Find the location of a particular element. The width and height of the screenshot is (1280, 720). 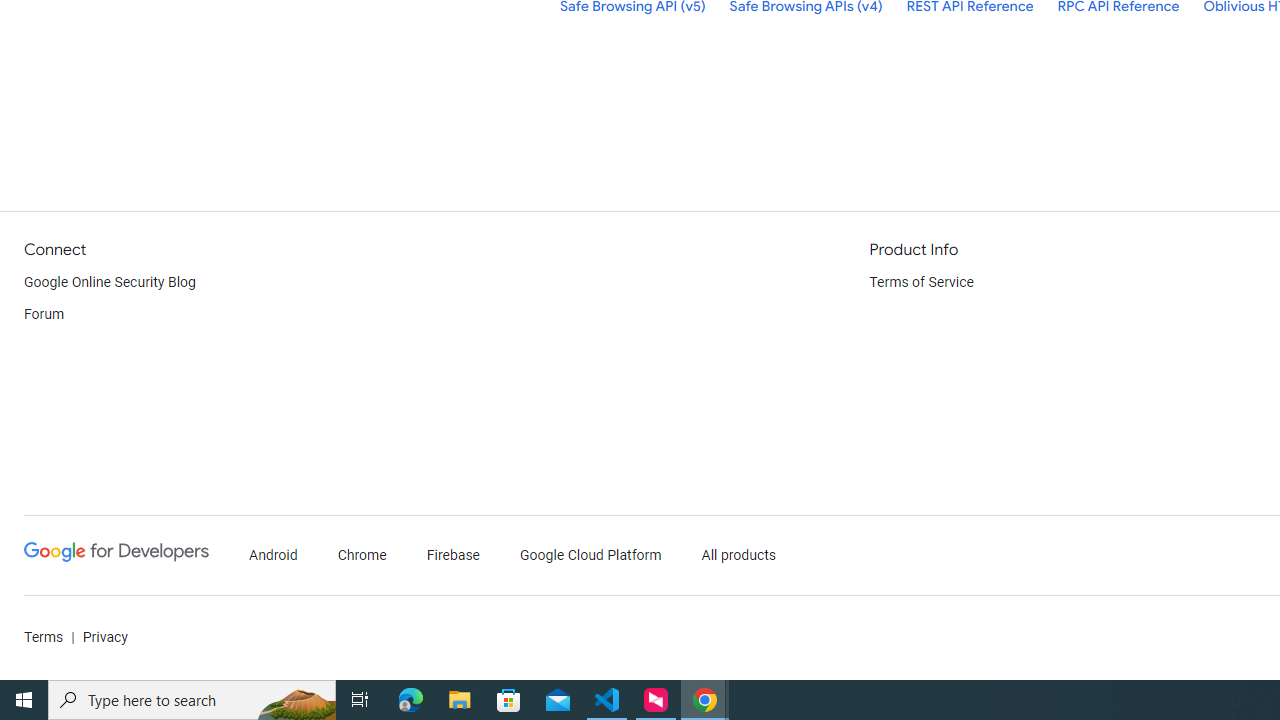

'Terms' is located at coordinates (44, 637).